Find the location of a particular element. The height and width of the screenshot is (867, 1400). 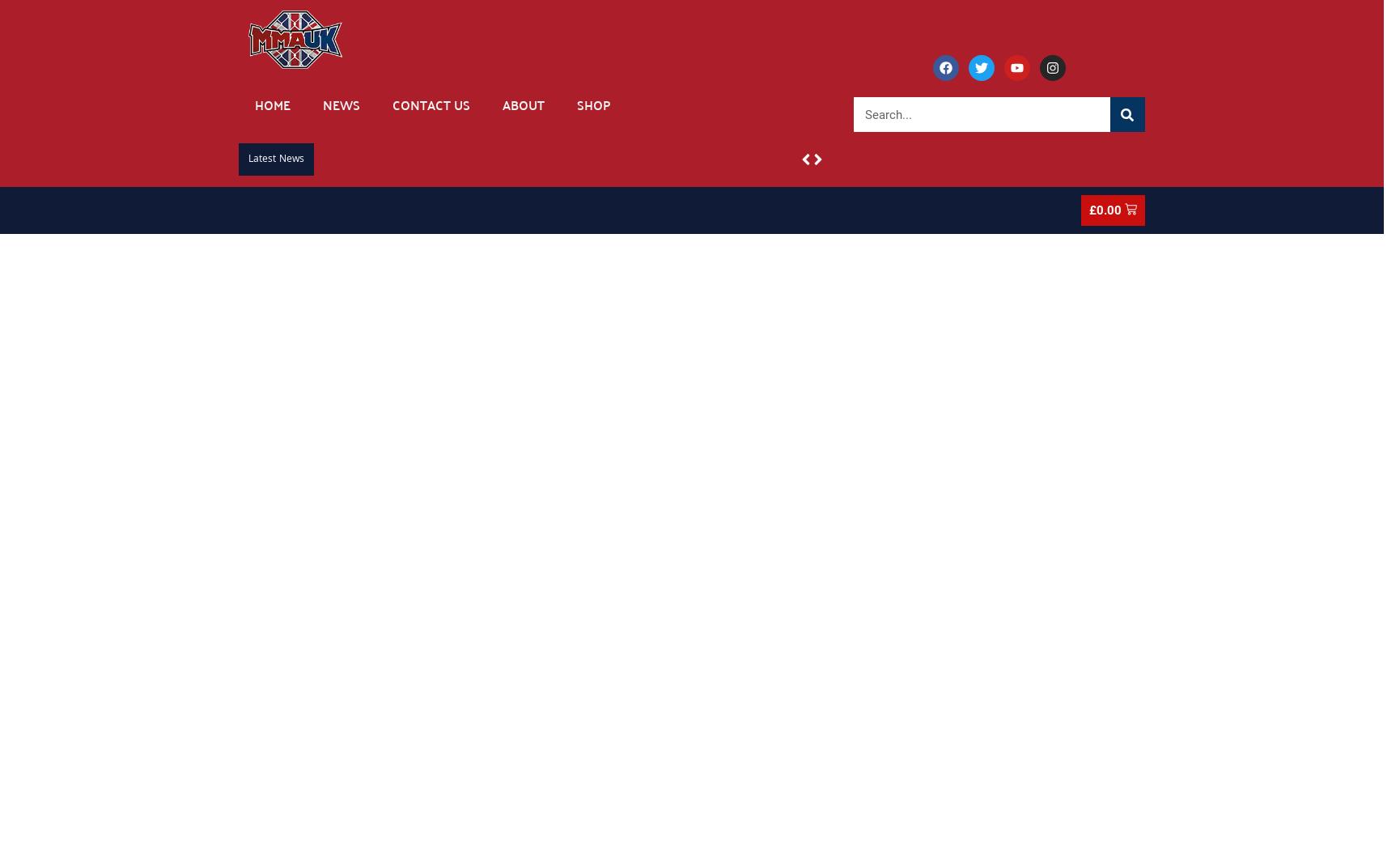

'0.00' is located at coordinates (1107, 209).